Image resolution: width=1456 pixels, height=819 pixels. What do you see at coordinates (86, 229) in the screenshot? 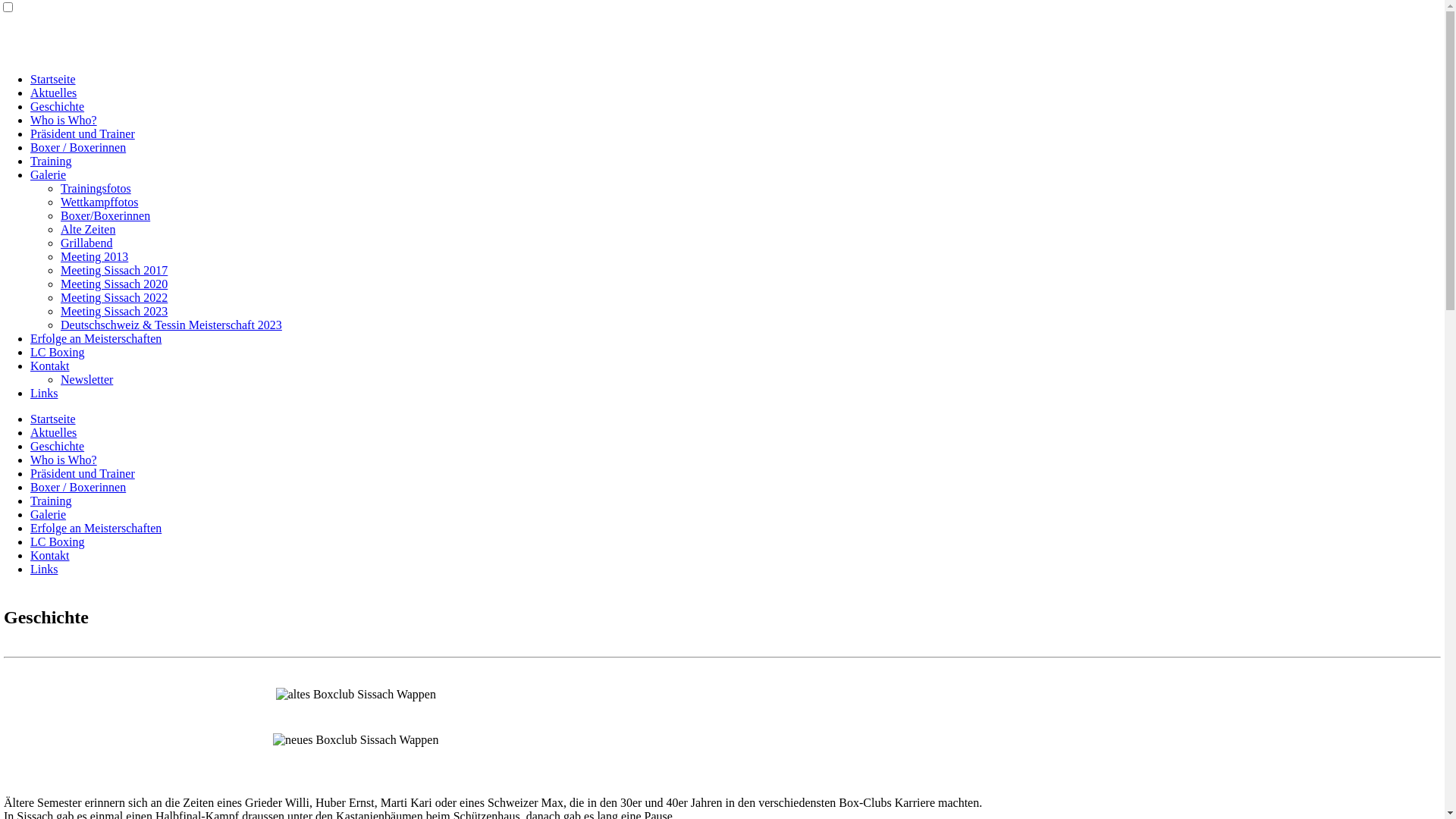
I see `'Alte Zeiten'` at bounding box center [86, 229].